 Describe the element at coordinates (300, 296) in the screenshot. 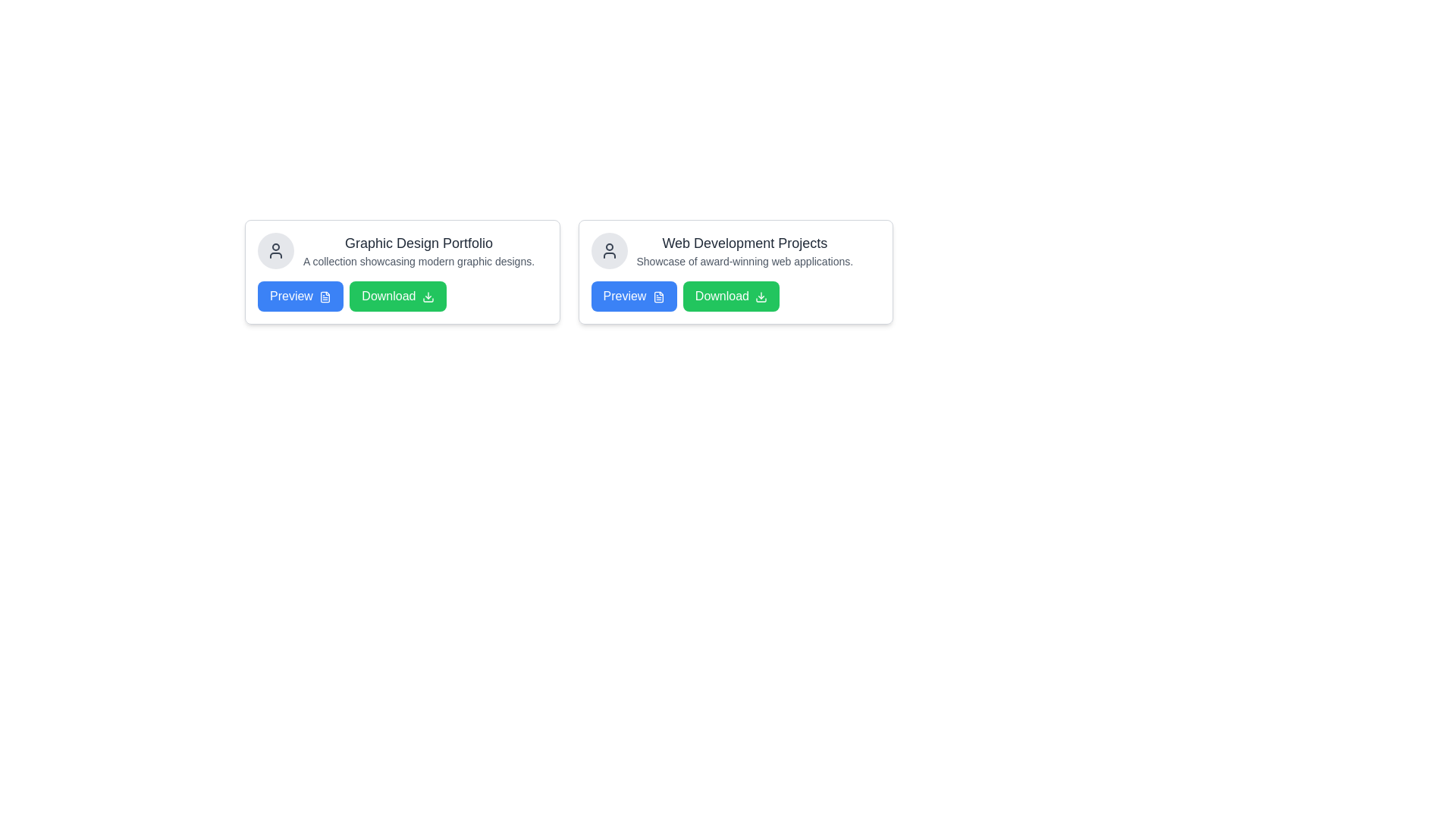

I see `the rectangular blue button labeled 'Preview' with a document icon, located in the first card under the 'Graphic Design Portfolio' section` at that location.